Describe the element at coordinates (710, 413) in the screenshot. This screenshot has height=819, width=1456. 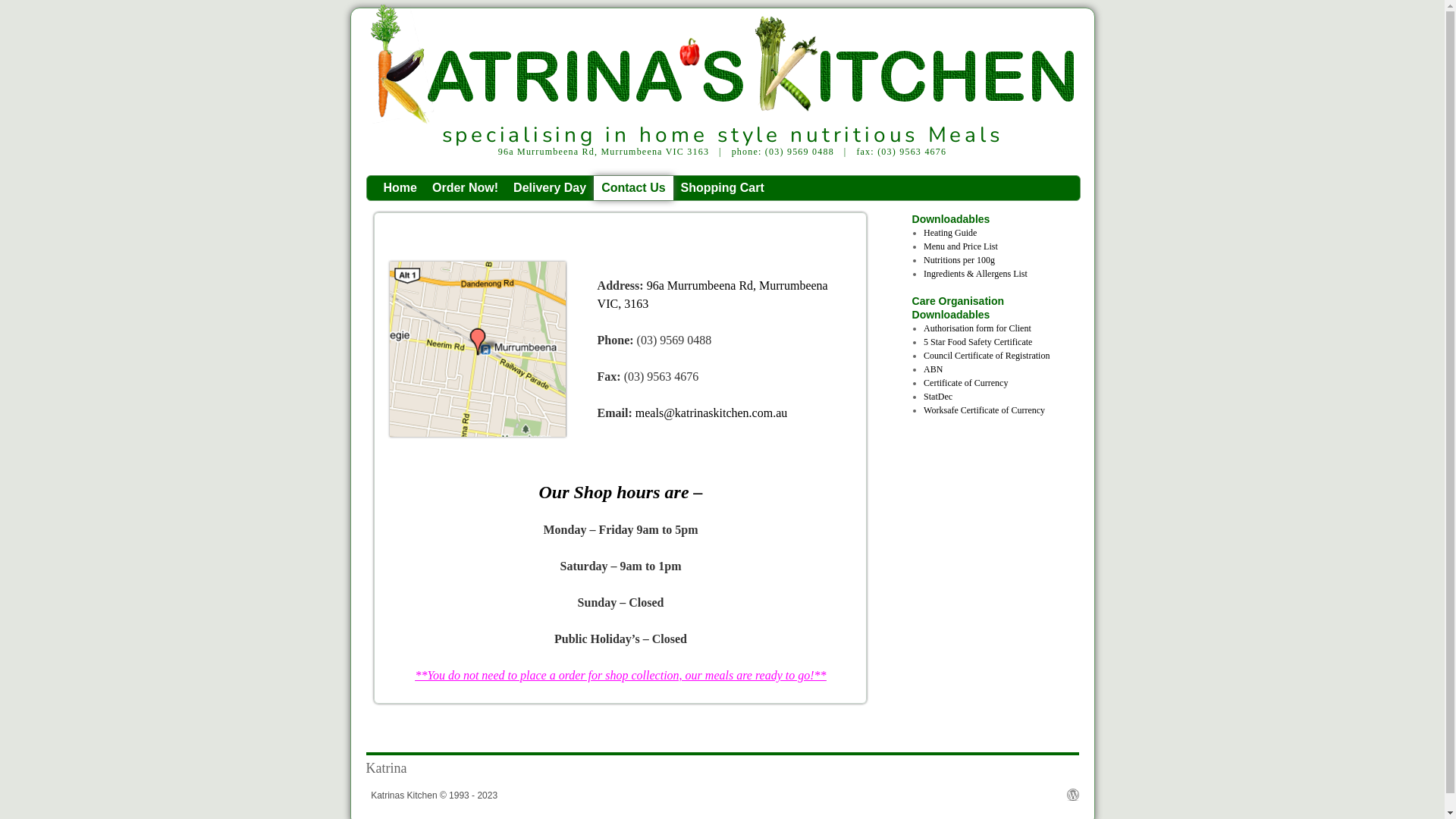
I see `'meals@katrinaskitchen.com.au'` at that location.